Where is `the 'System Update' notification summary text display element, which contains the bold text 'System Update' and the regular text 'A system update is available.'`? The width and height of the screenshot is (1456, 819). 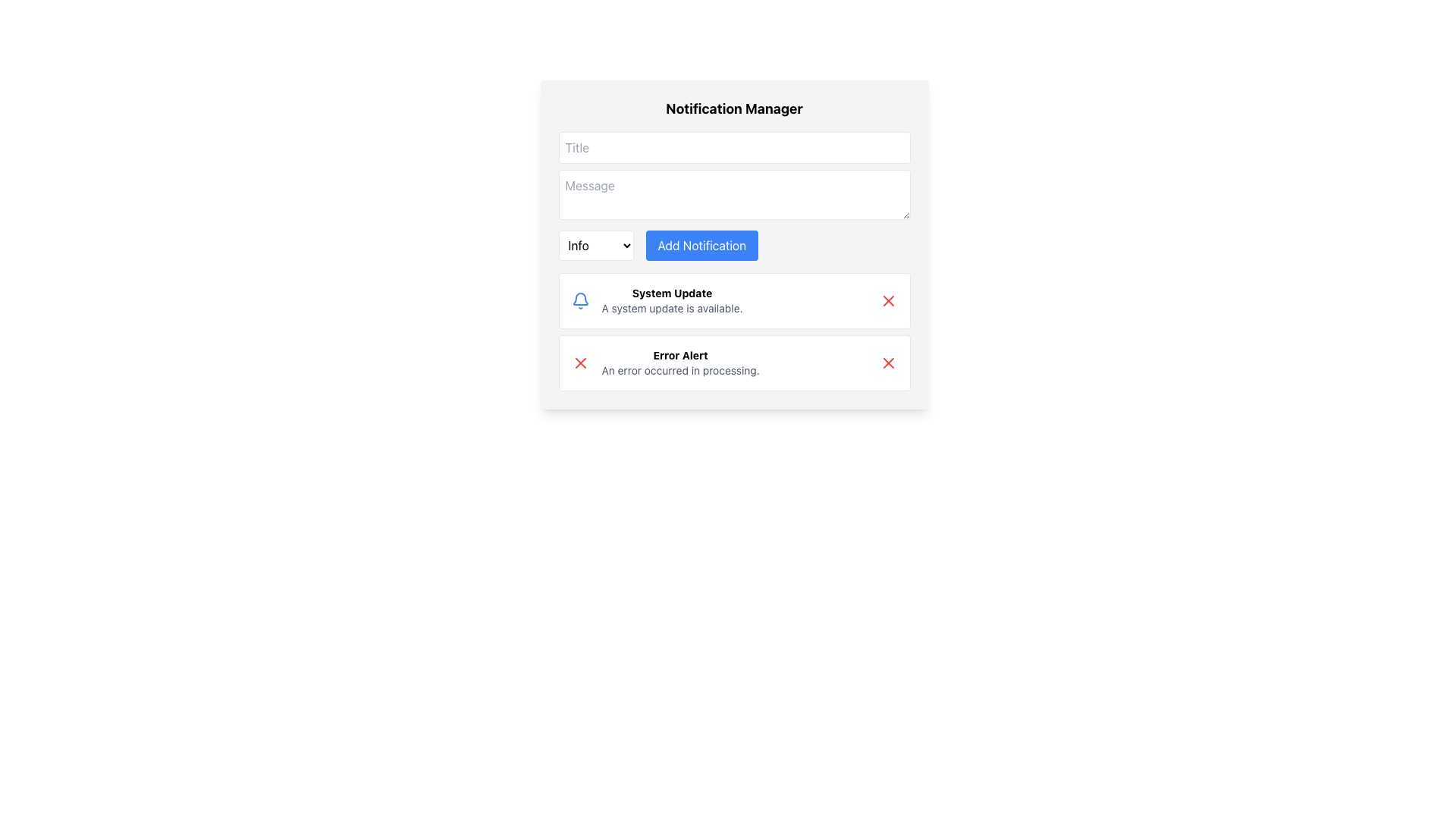
the 'System Update' notification summary text display element, which contains the bold text 'System Update' and the regular text 'A system update is available.' is located at coordinates (671, 301).